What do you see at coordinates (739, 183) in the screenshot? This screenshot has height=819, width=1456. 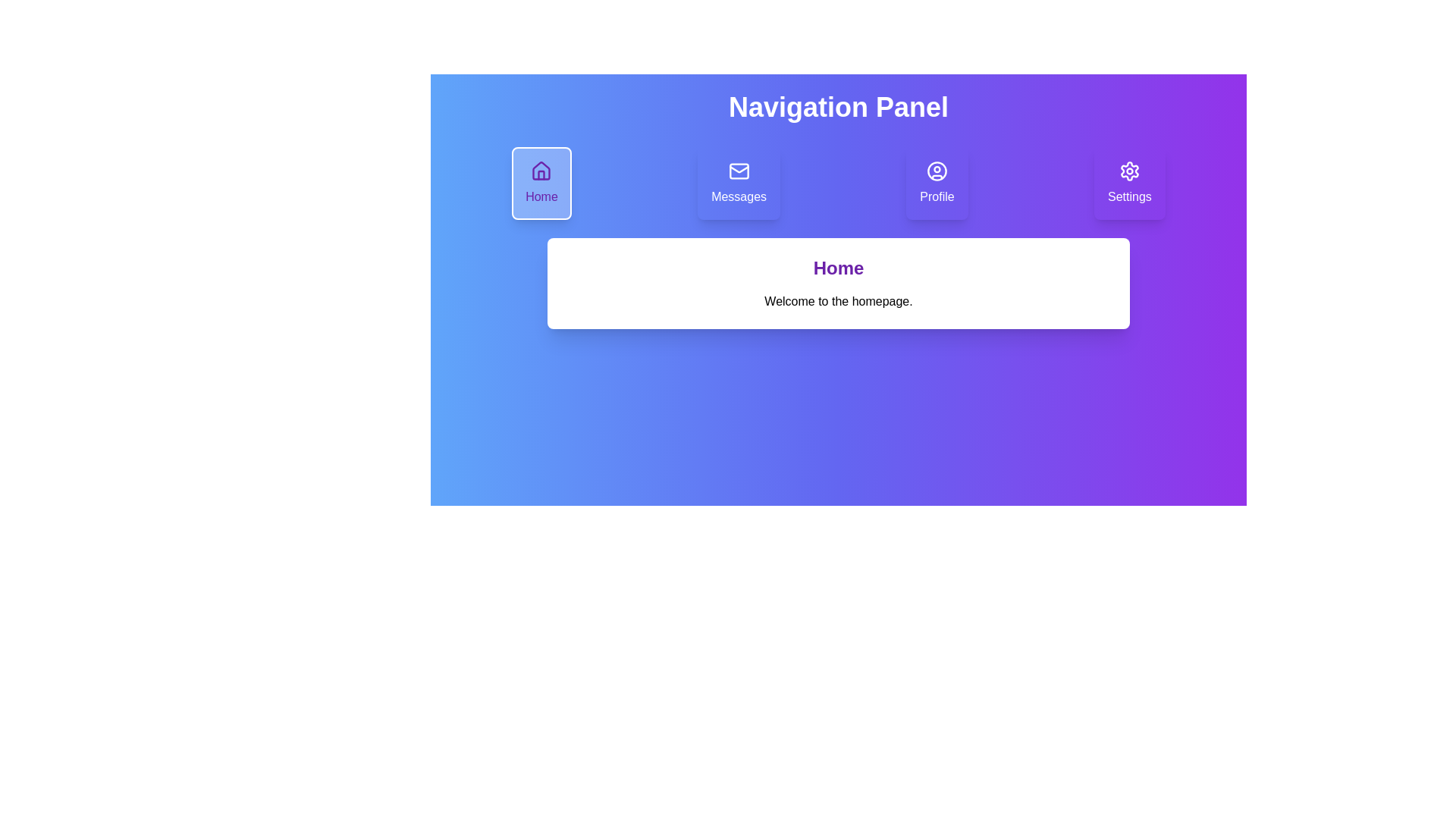 I see `the Messages tab` at bounding box center [739, 183].